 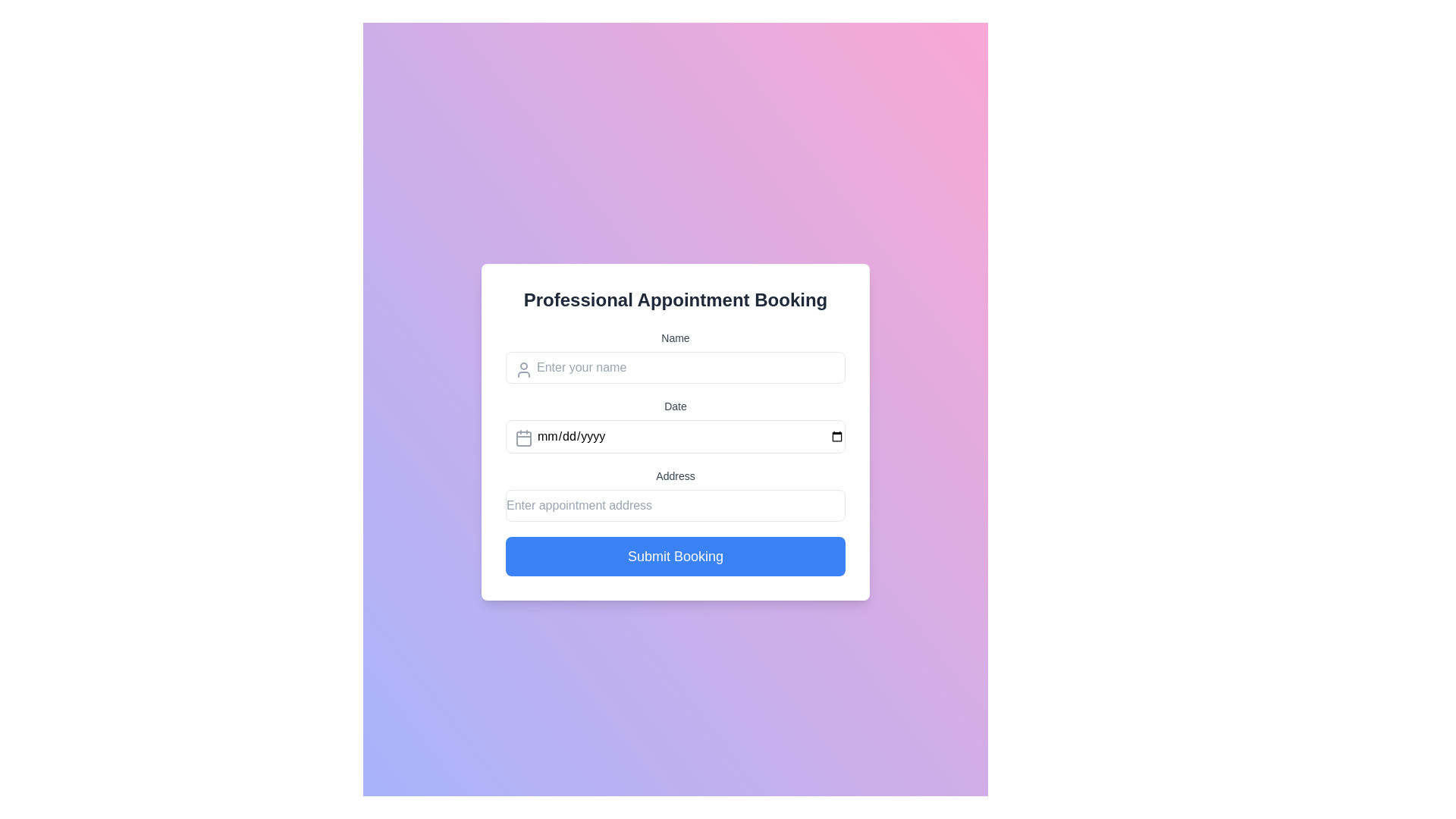 I want to click on the rectangular graphical decoration with rounded corners that is part of the calendar icon, positioned to the left of the date input field, so click(x=524, y=438).